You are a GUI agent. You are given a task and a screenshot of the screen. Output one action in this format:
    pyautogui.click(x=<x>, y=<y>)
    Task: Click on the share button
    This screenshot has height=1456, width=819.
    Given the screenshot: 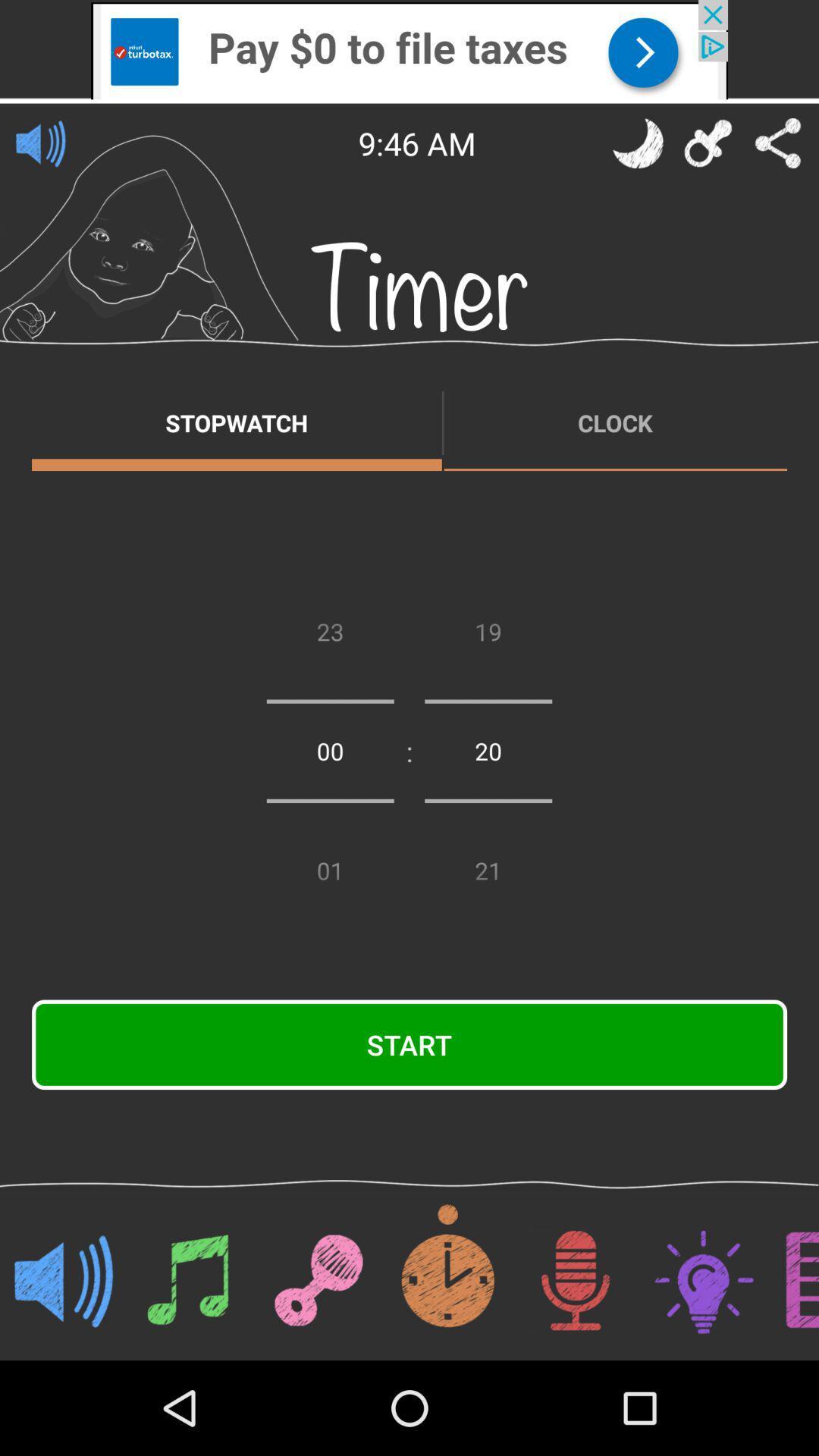 What is the action you would take?
    pyautogui.click(x=778, y=143)
    